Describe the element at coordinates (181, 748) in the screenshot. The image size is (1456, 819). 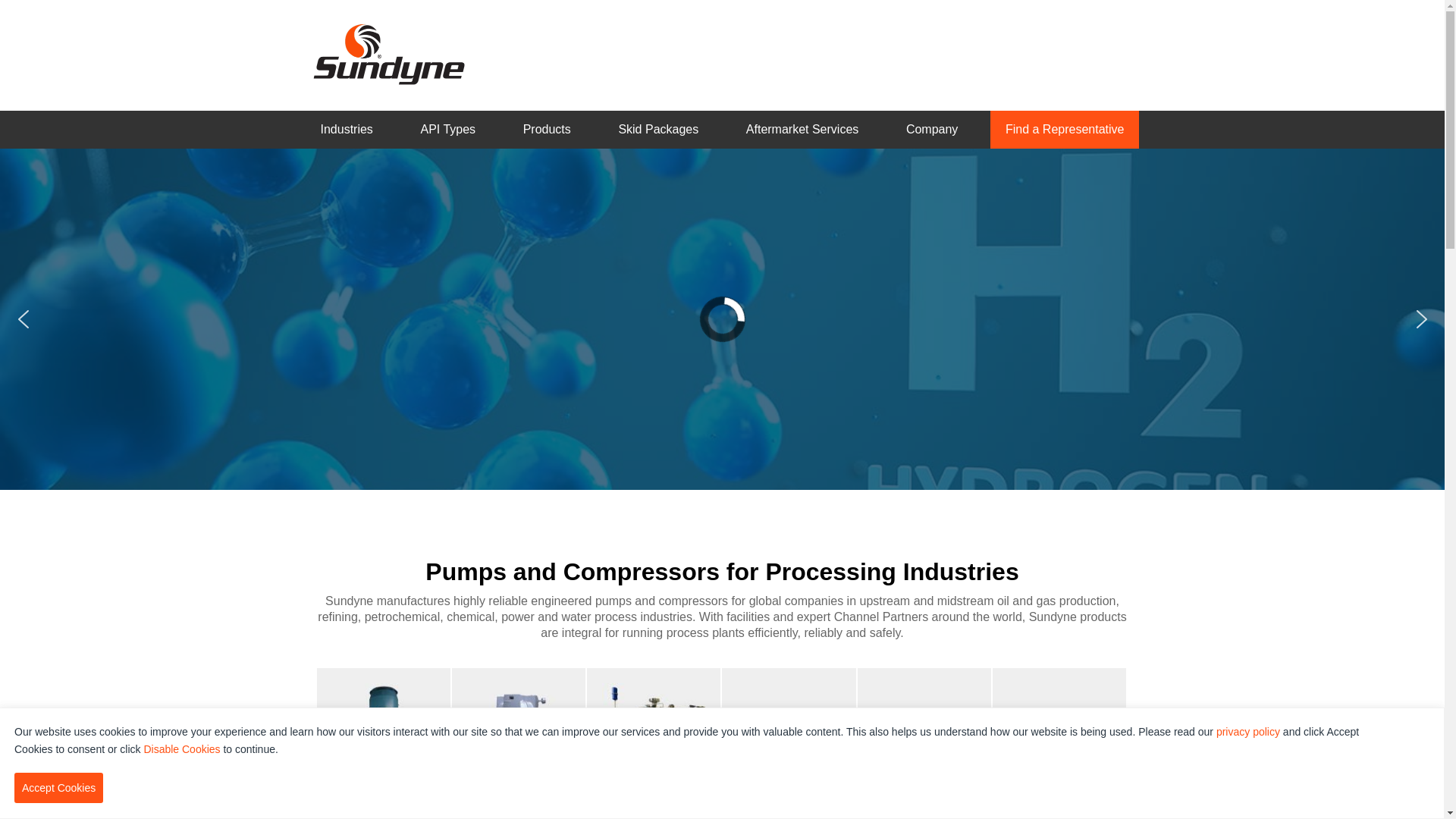
I see `'Disable Cookies'` at that location.